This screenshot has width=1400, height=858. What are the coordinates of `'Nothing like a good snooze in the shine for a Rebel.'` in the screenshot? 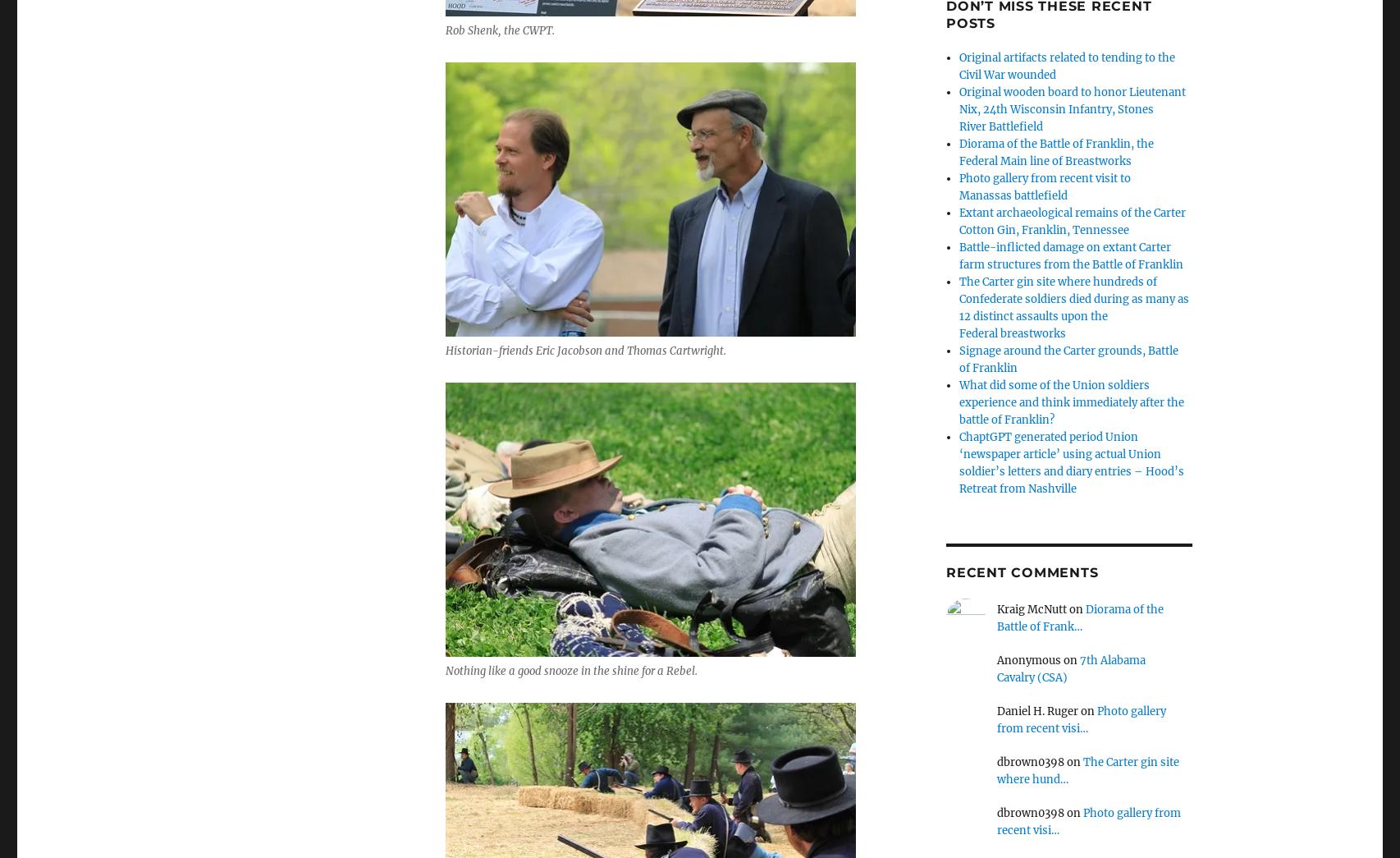 It's located at (445, 669).